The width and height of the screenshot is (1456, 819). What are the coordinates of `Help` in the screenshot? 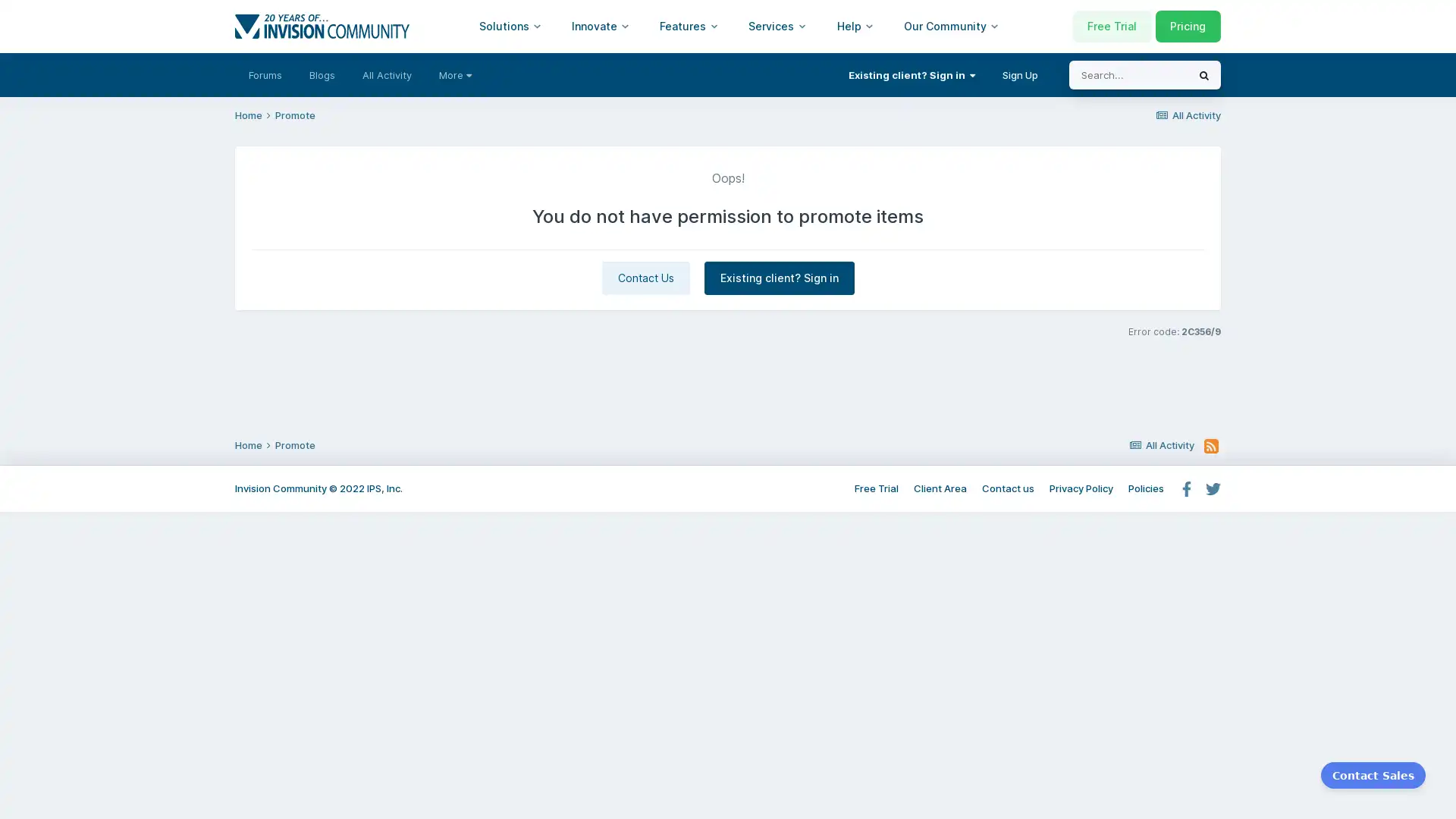 It's located at (855, 26).